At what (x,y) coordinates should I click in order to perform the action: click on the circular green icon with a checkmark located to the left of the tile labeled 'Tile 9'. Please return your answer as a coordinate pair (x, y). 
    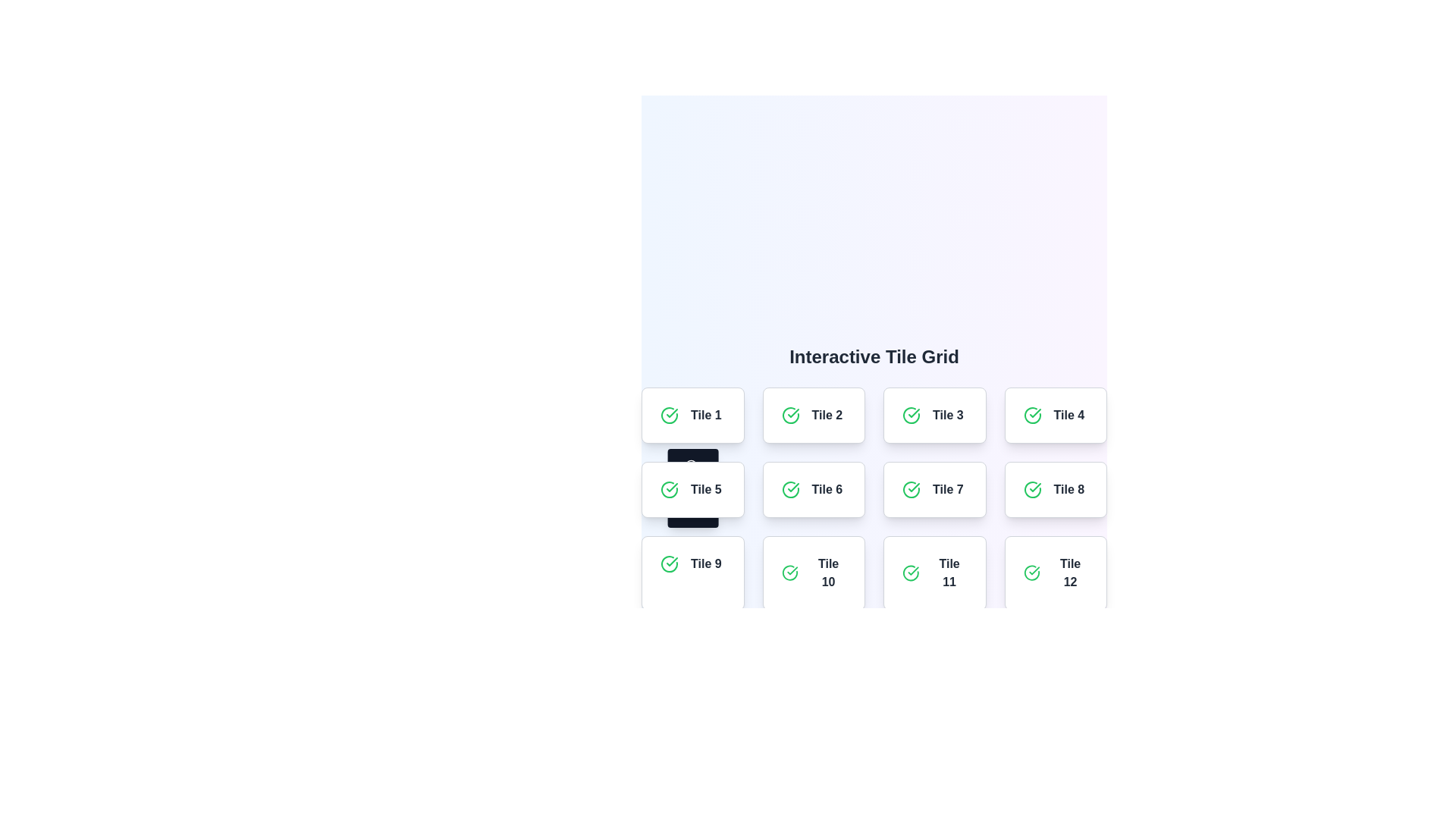
    Looking at the image, I should click on (669, 564).